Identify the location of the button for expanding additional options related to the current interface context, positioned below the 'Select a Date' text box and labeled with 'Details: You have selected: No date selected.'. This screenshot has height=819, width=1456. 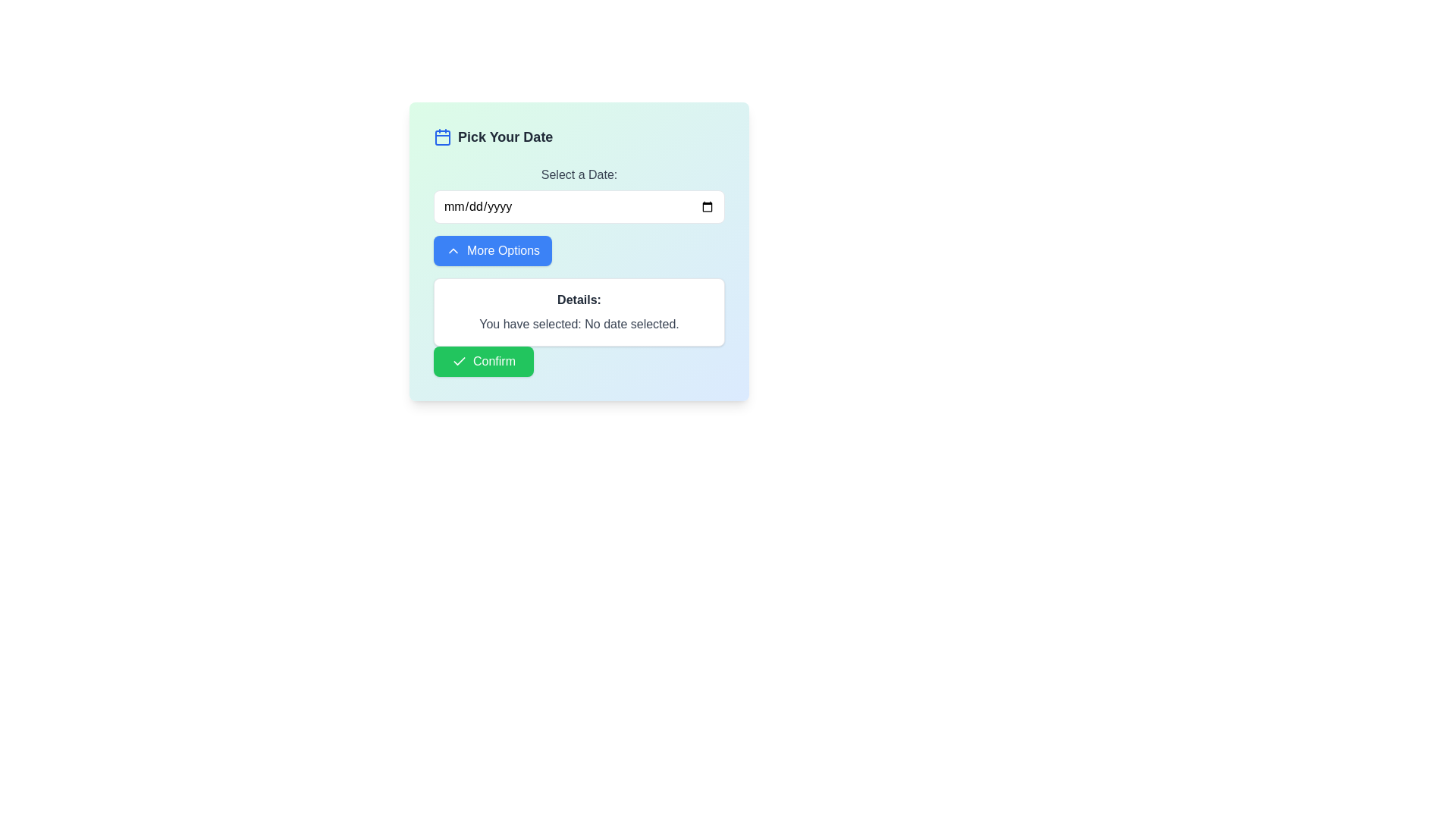
(493, 250).